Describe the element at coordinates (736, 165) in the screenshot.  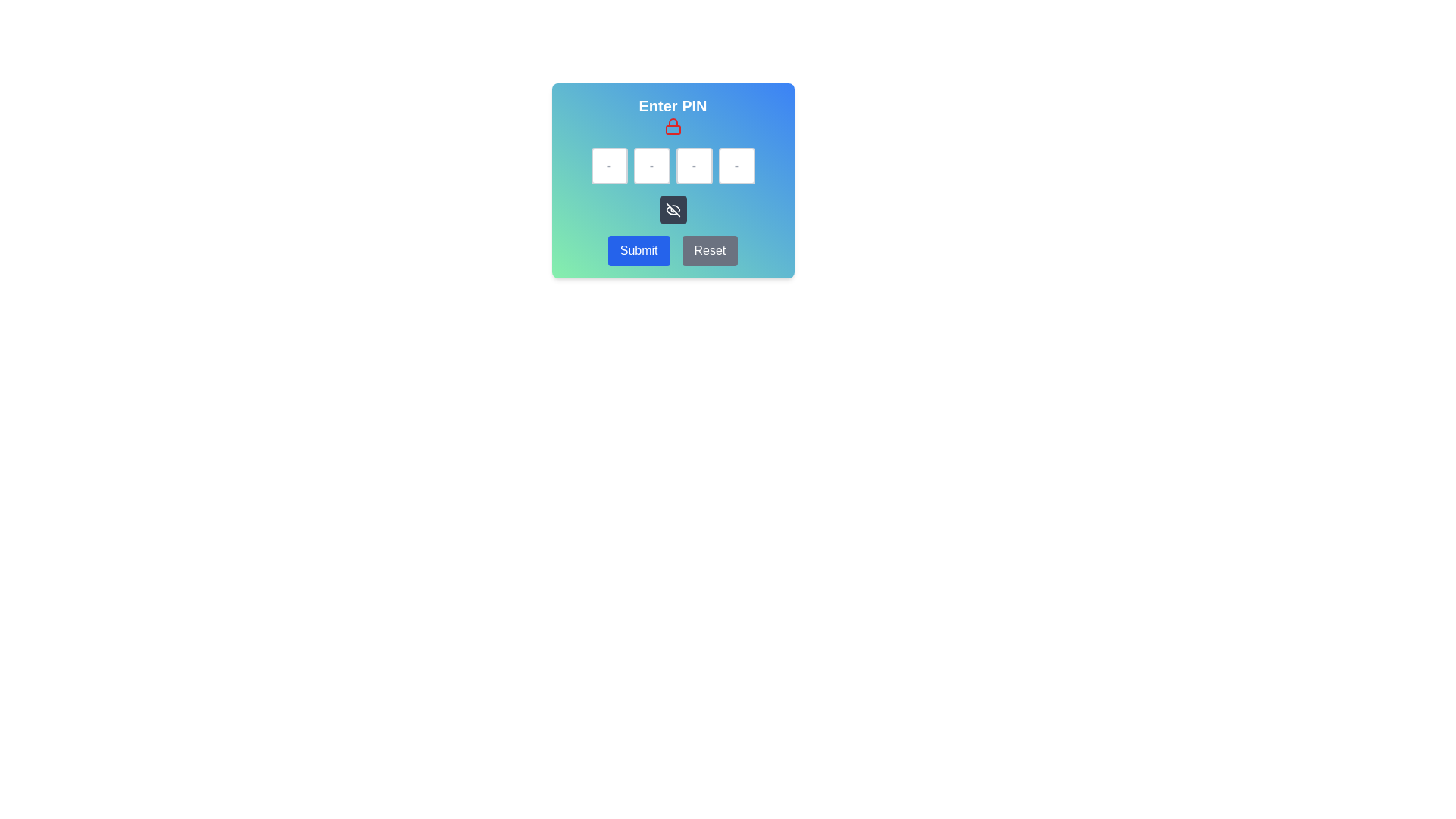
I see `the single-character password input field, which is a small square box with a white background and gray border, located at the far right of a group of four similar elements` at that location.